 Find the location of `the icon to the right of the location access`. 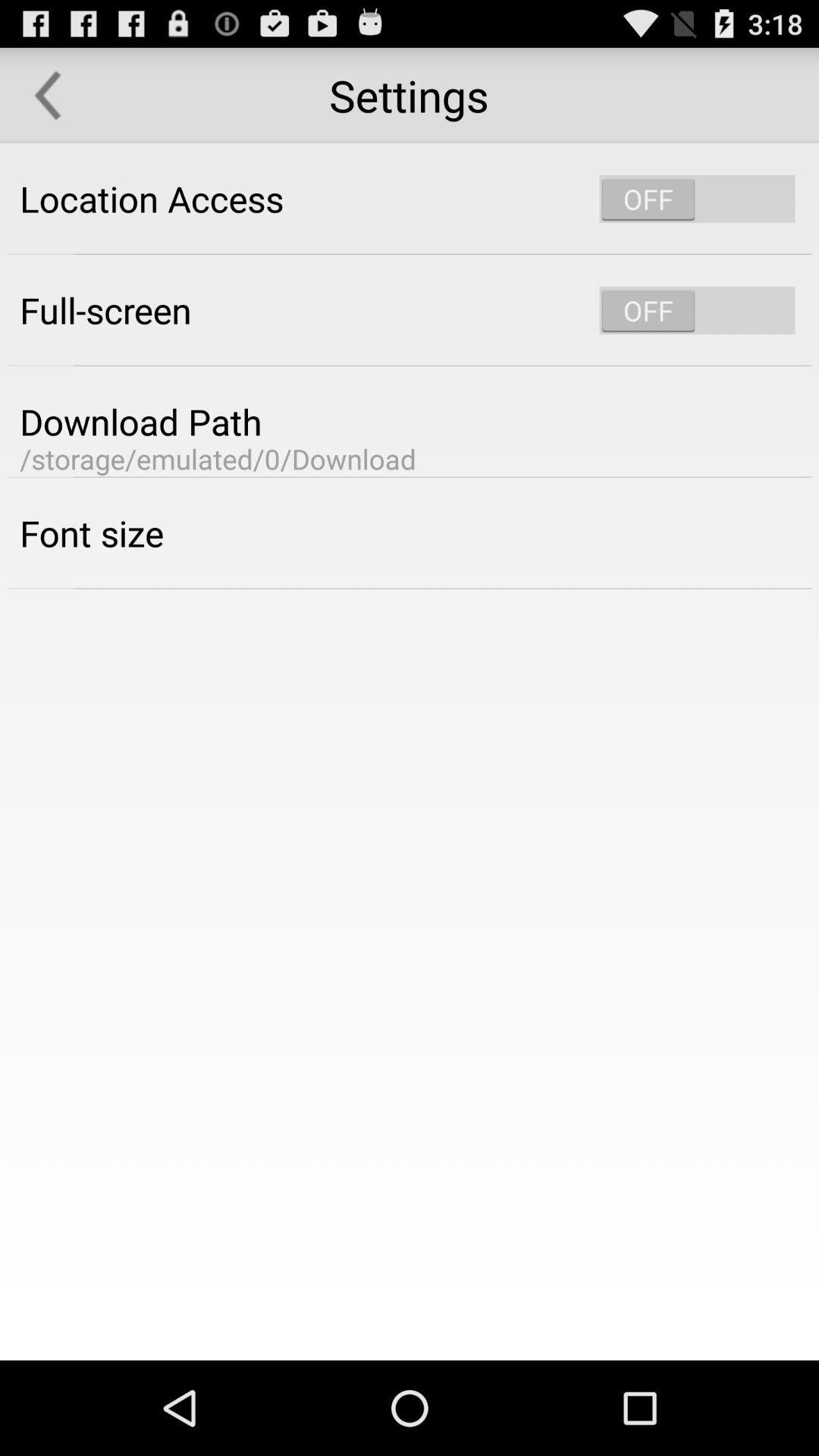

the icon to the right of the location access is located at coordinates (697, 198).